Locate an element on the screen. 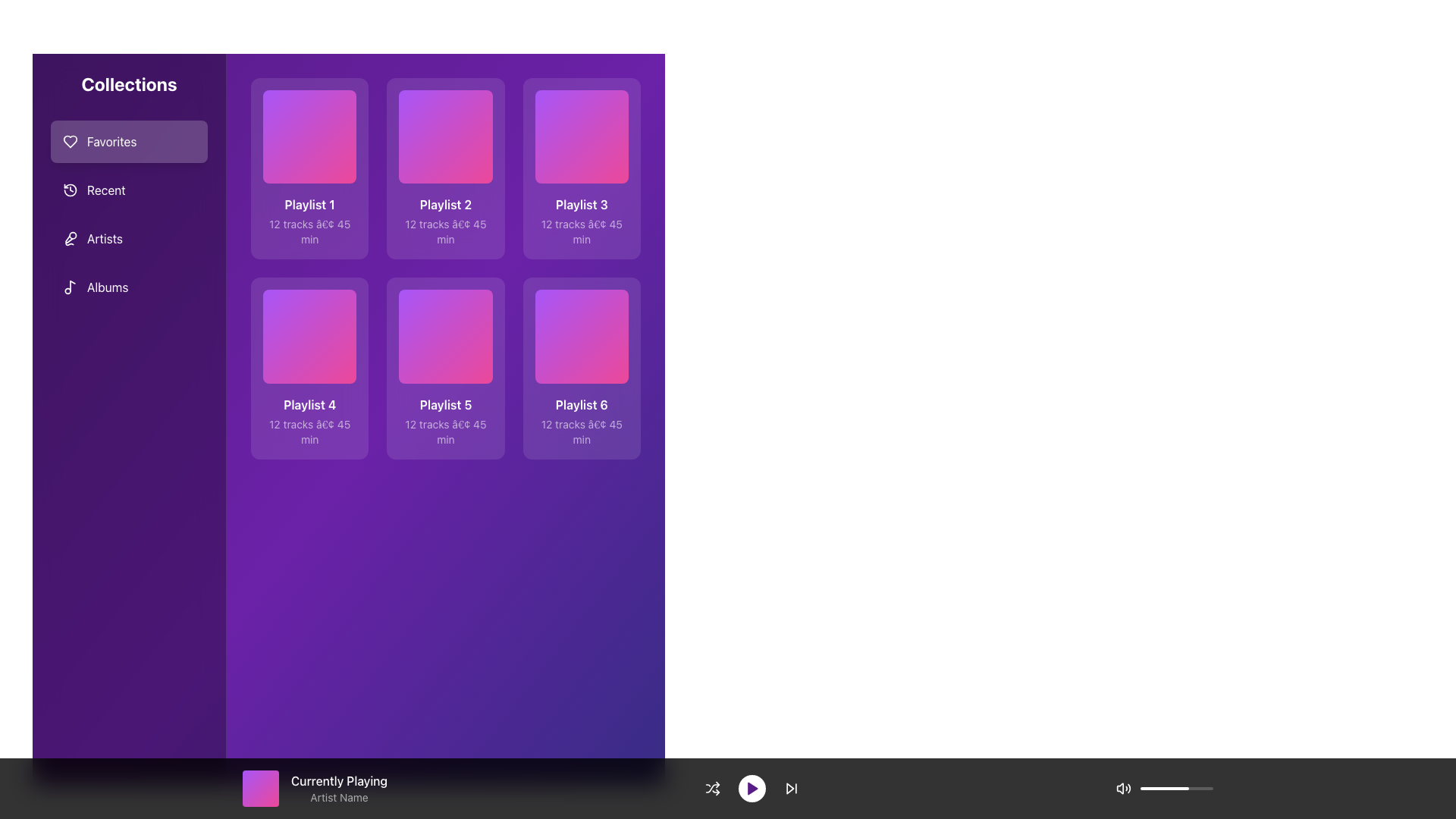  the progress indicator of the horizontal progress bar located in the bottom-right section of the interface is located at coordinates (1175, 788).